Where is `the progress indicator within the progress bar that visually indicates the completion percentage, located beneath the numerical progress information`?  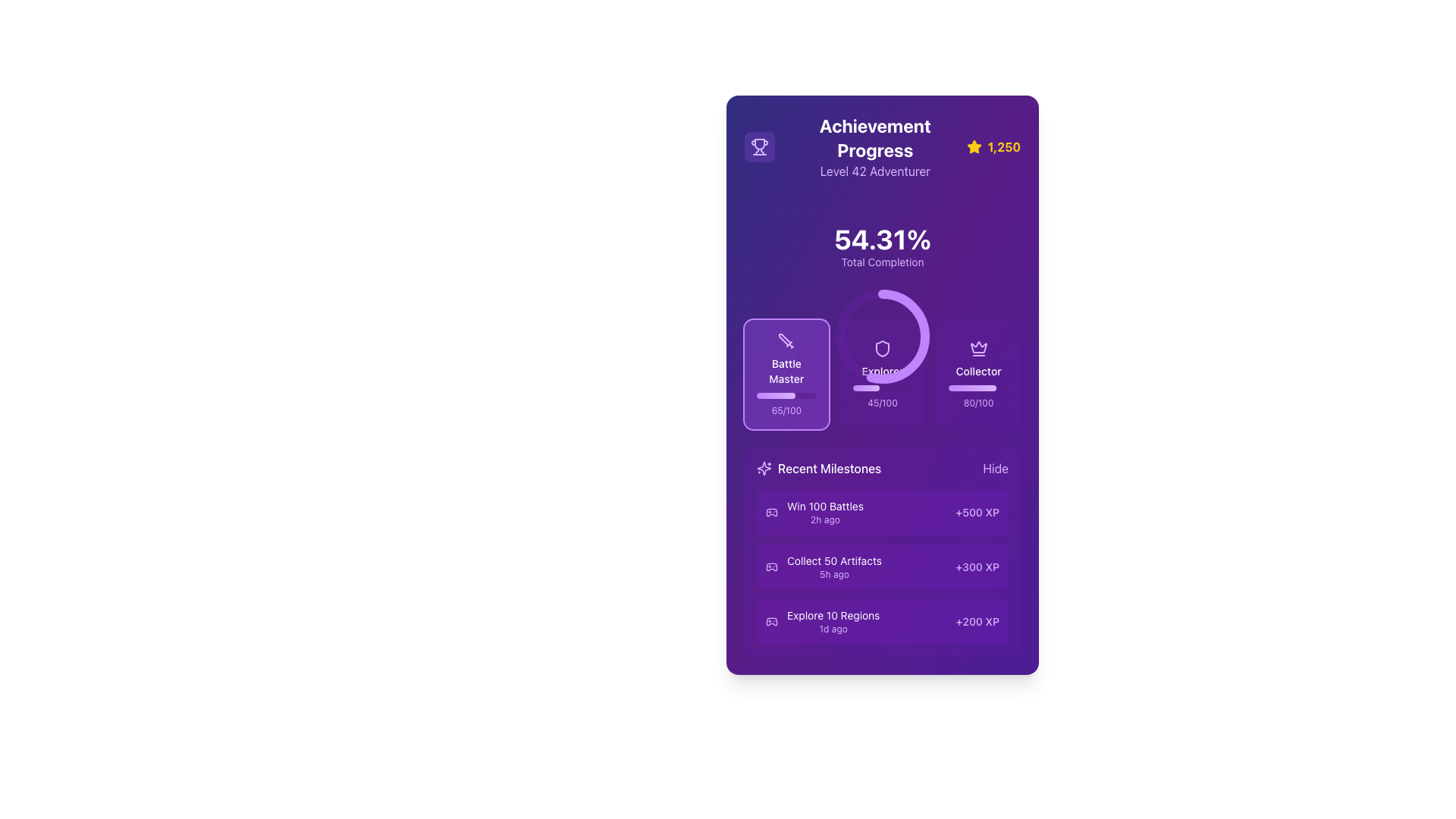 the progress indicator within the progress bar that visually indicates the completion percentage, located beneath the numerical progress information is located at coordinates (866, 388).